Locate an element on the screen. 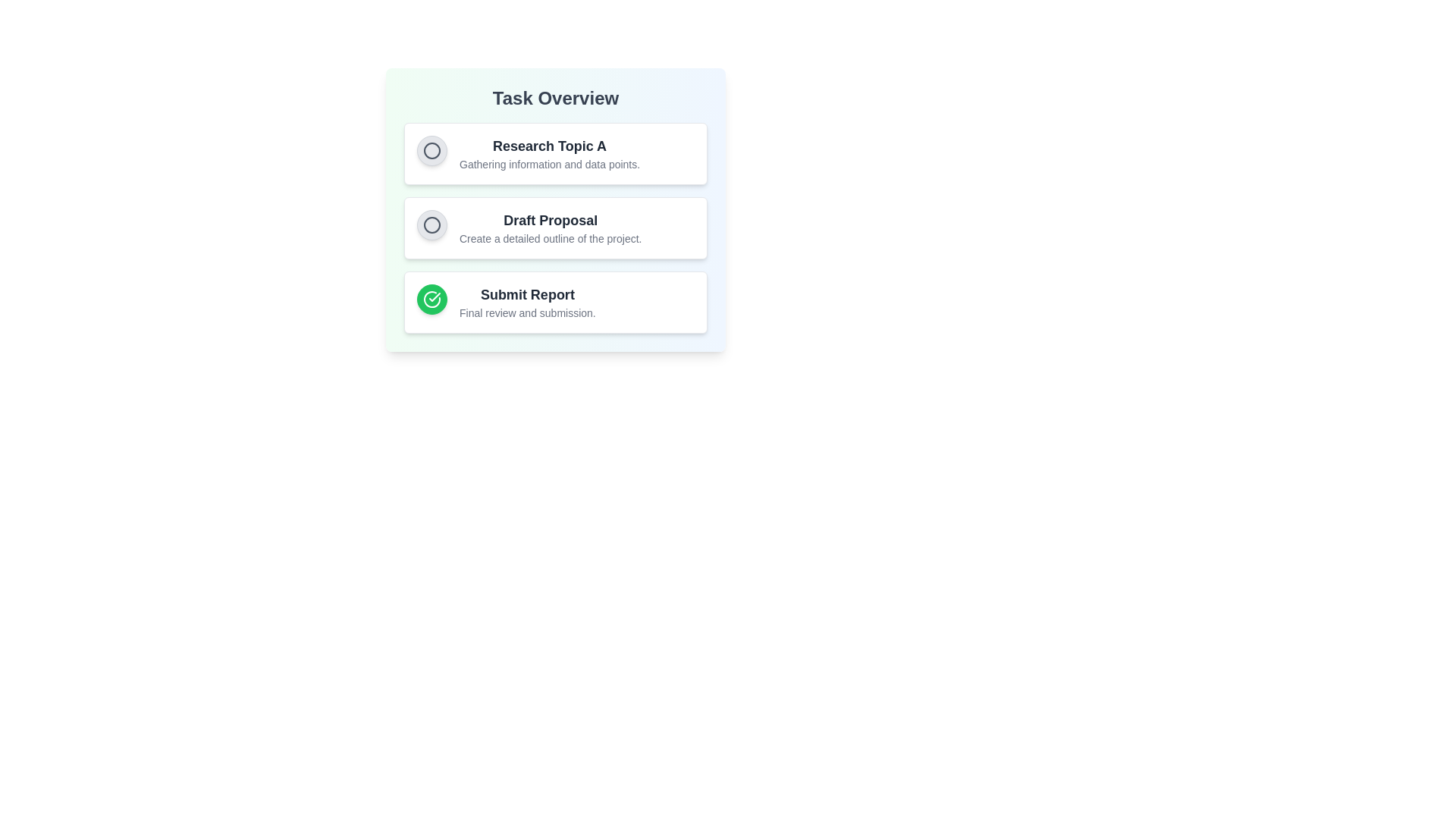  the description text of the 'Submit Report' informational card, which is the third card in a vertical list of steps, located below 'Draft Proposal' is located at coordinates (555, 302).